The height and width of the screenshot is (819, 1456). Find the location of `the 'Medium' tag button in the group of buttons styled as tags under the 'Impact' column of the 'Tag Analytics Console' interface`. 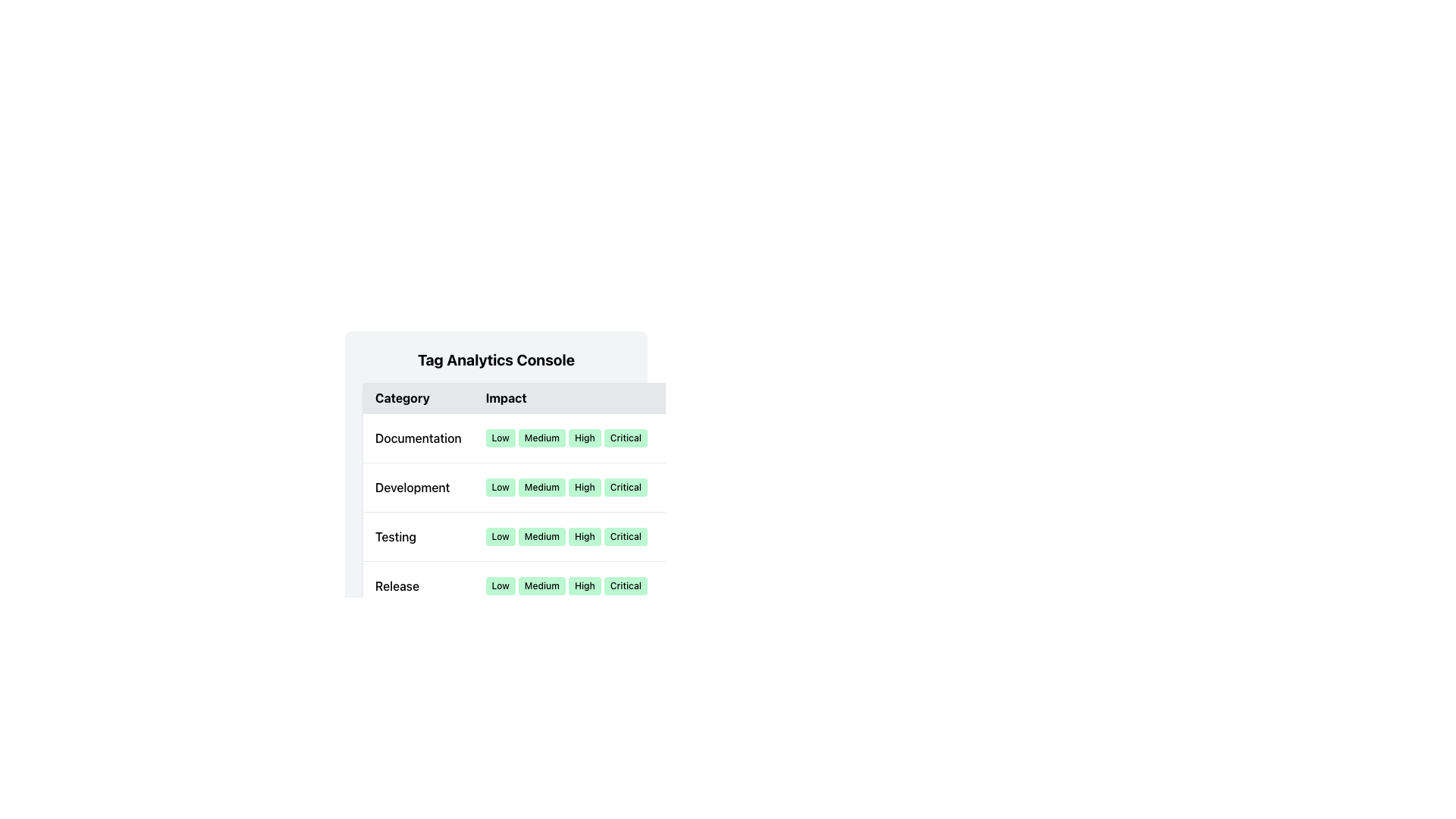

the 'Medium' tag button in the group of buttons styled as tags under the 'Impact' column of the 'Tag Analytics Console' interface is located at coordinates (566, 488).